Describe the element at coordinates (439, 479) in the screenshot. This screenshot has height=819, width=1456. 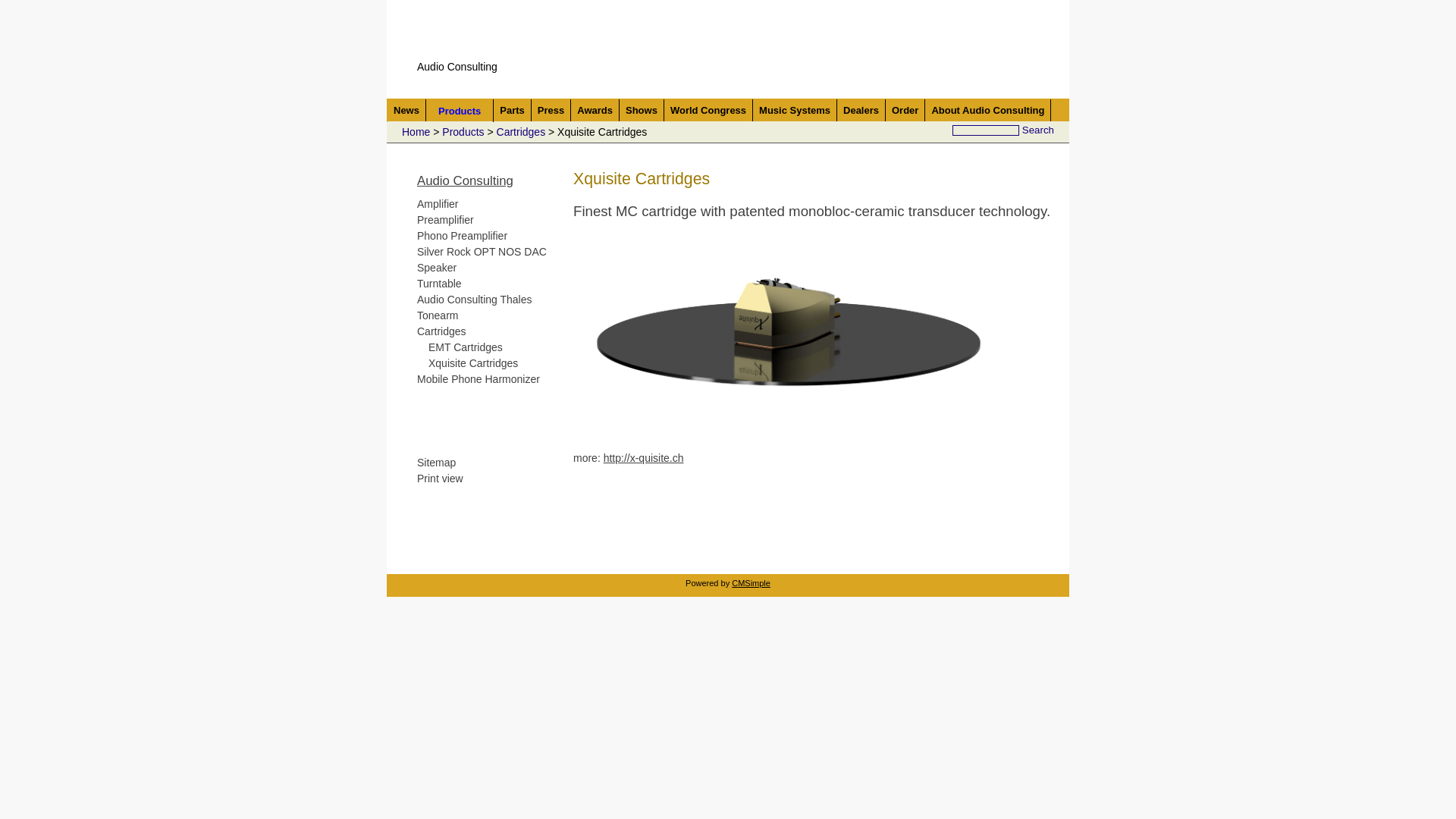
I see `'Print view'` at that location.